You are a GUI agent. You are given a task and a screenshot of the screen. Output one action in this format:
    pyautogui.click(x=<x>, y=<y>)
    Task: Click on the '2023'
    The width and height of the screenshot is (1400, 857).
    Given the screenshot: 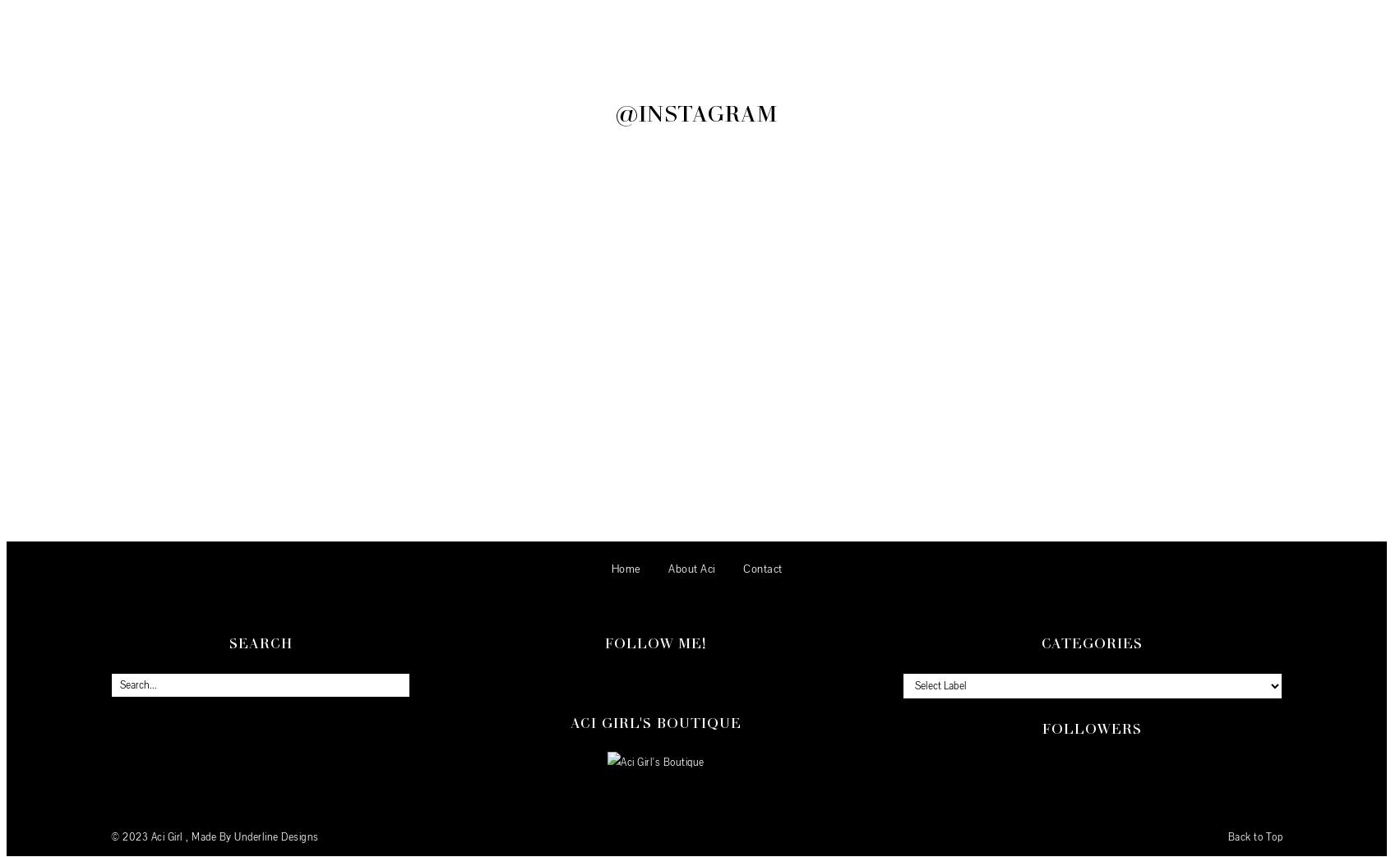 What is the action you would take?
    pyautogui.click(x=136, y=837)
    